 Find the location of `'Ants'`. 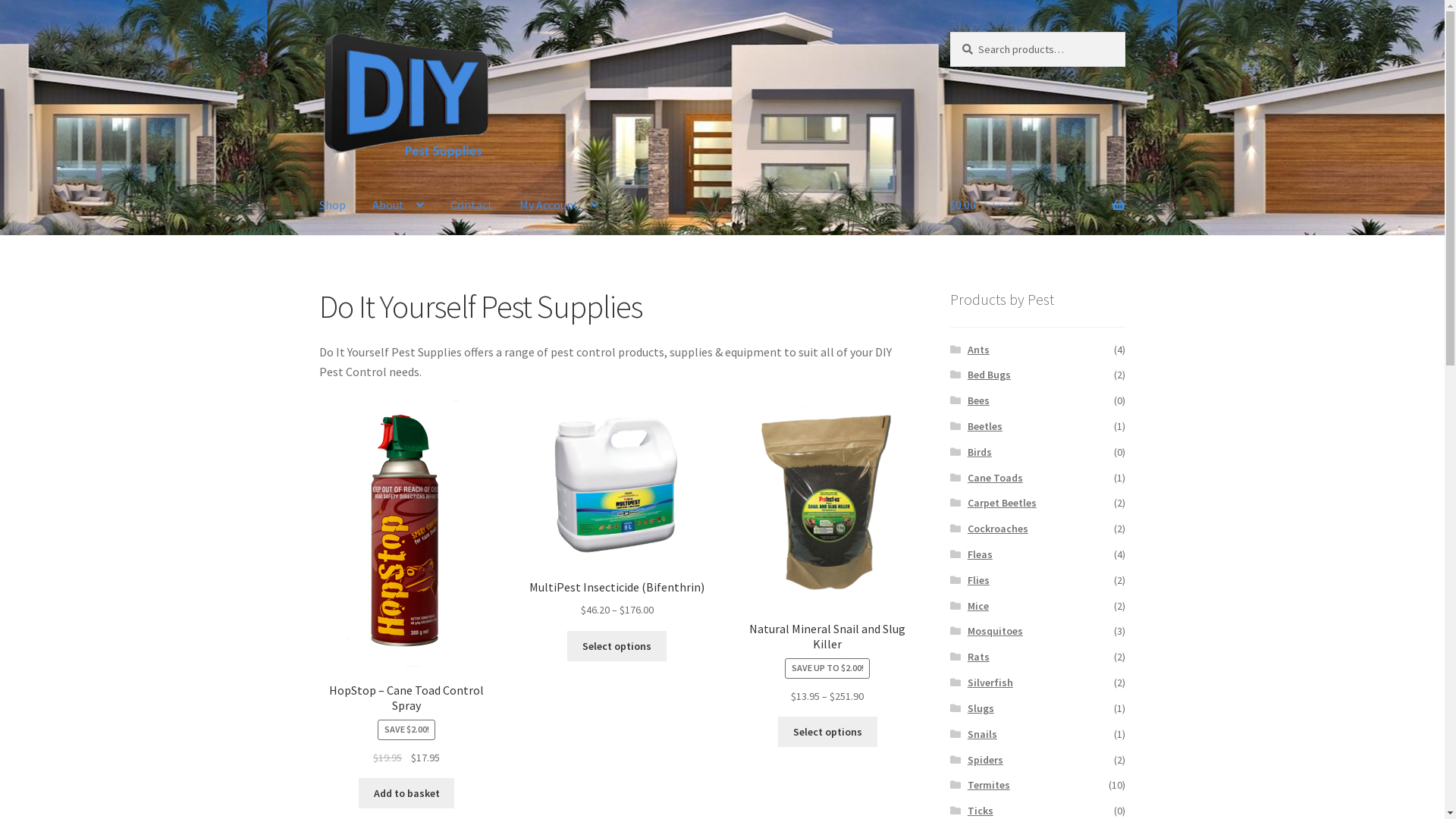

'Ants' is located at coordinates (978, 350).